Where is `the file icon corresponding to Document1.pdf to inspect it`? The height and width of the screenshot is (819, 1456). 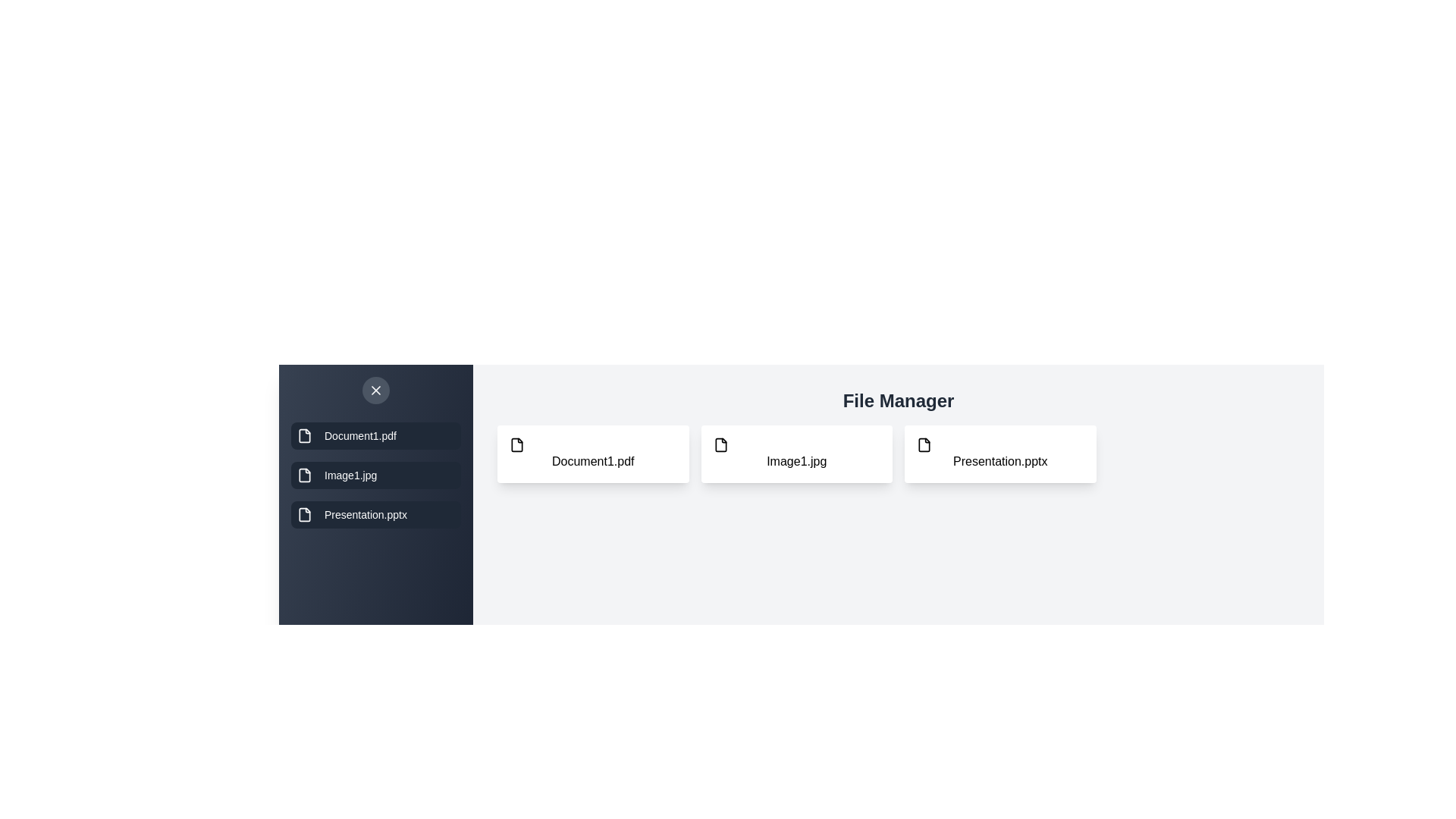
the file icon corresponding to Document1.pdf to inspect it is located at coordinates (592, 453).